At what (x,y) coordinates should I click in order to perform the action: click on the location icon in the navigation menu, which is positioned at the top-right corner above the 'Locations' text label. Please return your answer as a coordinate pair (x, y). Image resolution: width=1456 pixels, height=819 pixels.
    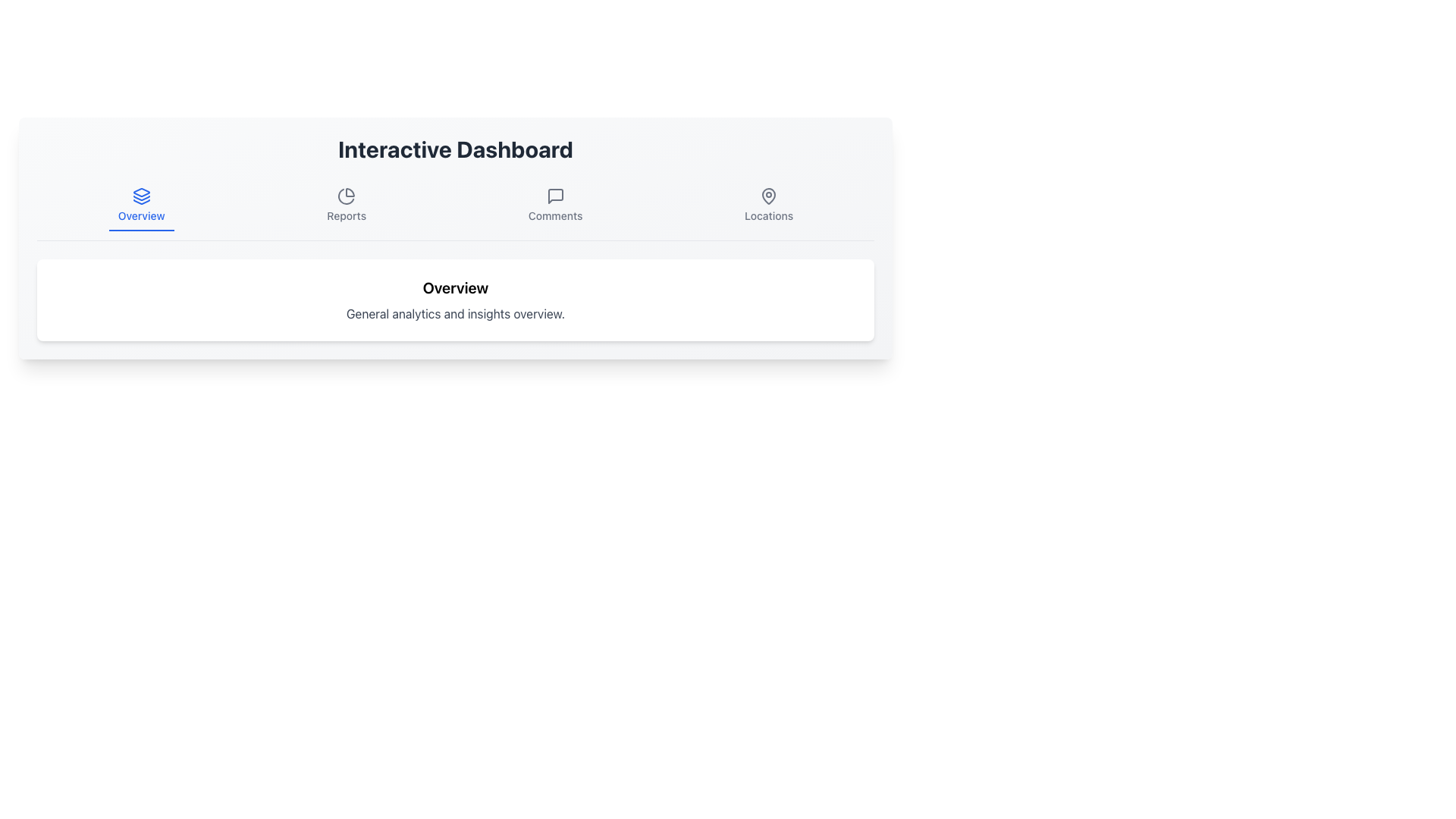
    Looking at the image, I should click on (769, 195).